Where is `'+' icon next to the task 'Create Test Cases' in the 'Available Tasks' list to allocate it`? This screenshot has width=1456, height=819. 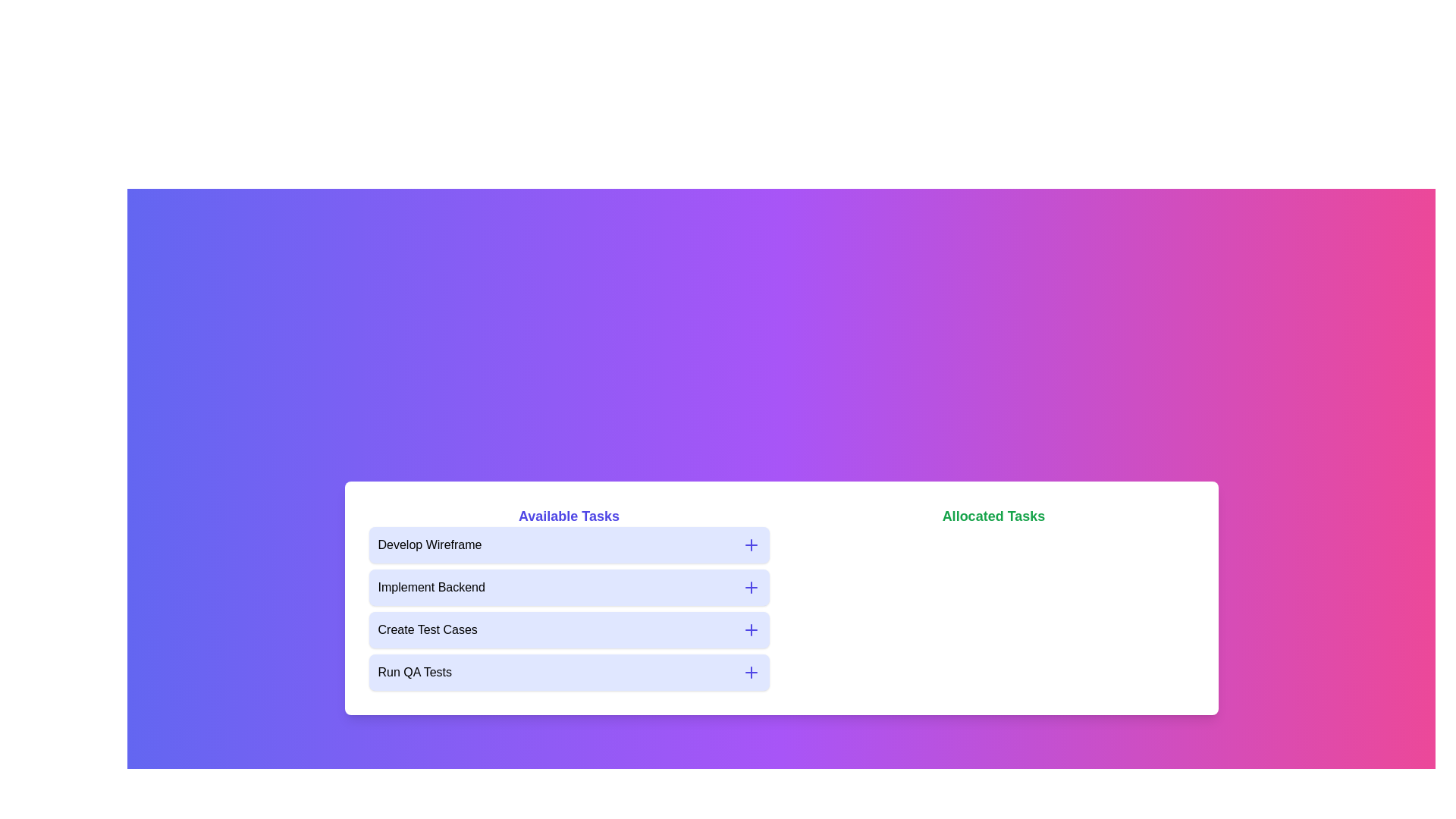
'+' icon next to the task 'Create Test Cases' in the 'Available Tasks' list to allocate it is located at coordinates (751, 629).